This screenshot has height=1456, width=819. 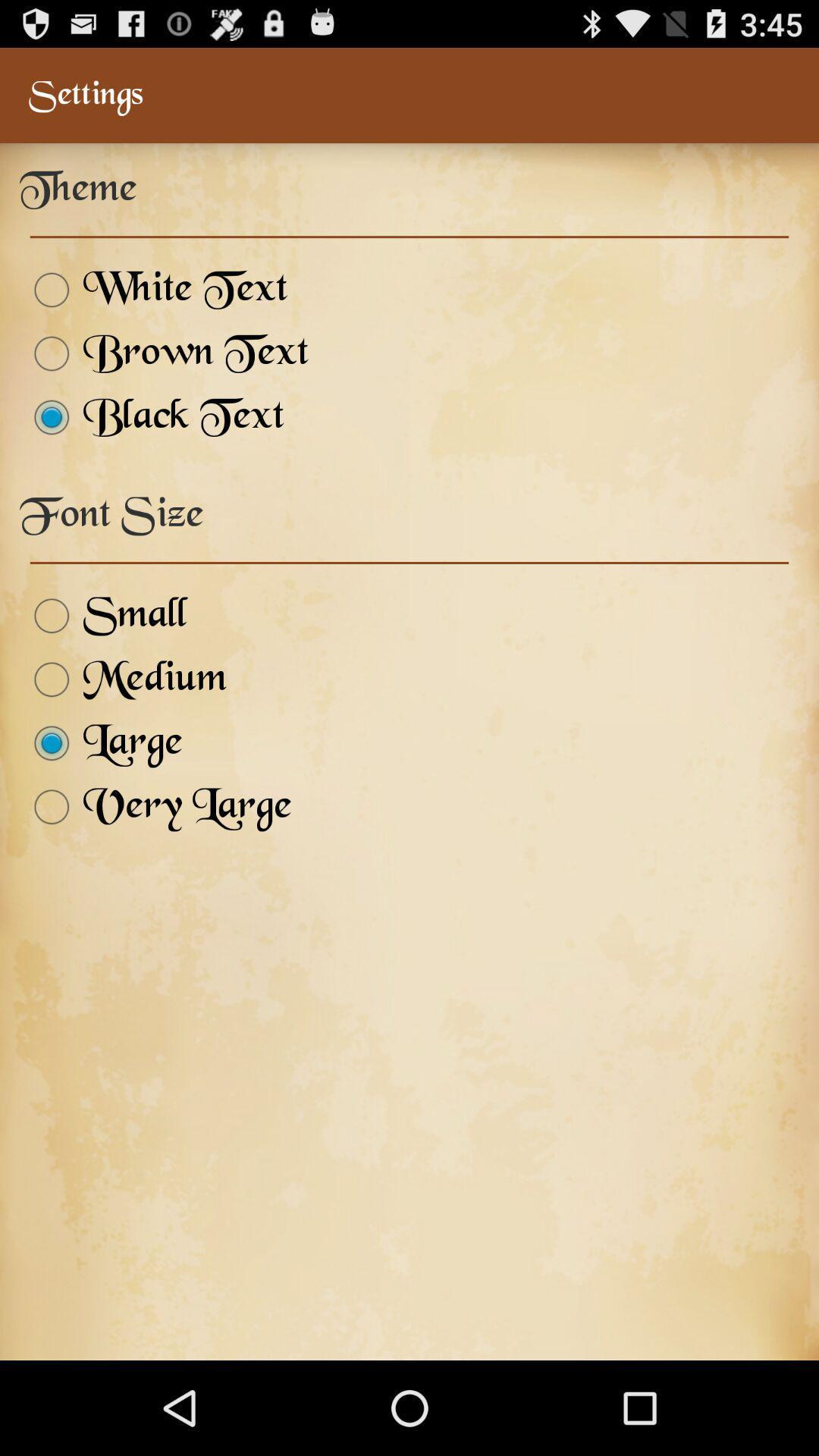 What do you see at coordinates (152, 417) in the screenshot?
I see `item below brown text item` at bounding box center [152, 417].